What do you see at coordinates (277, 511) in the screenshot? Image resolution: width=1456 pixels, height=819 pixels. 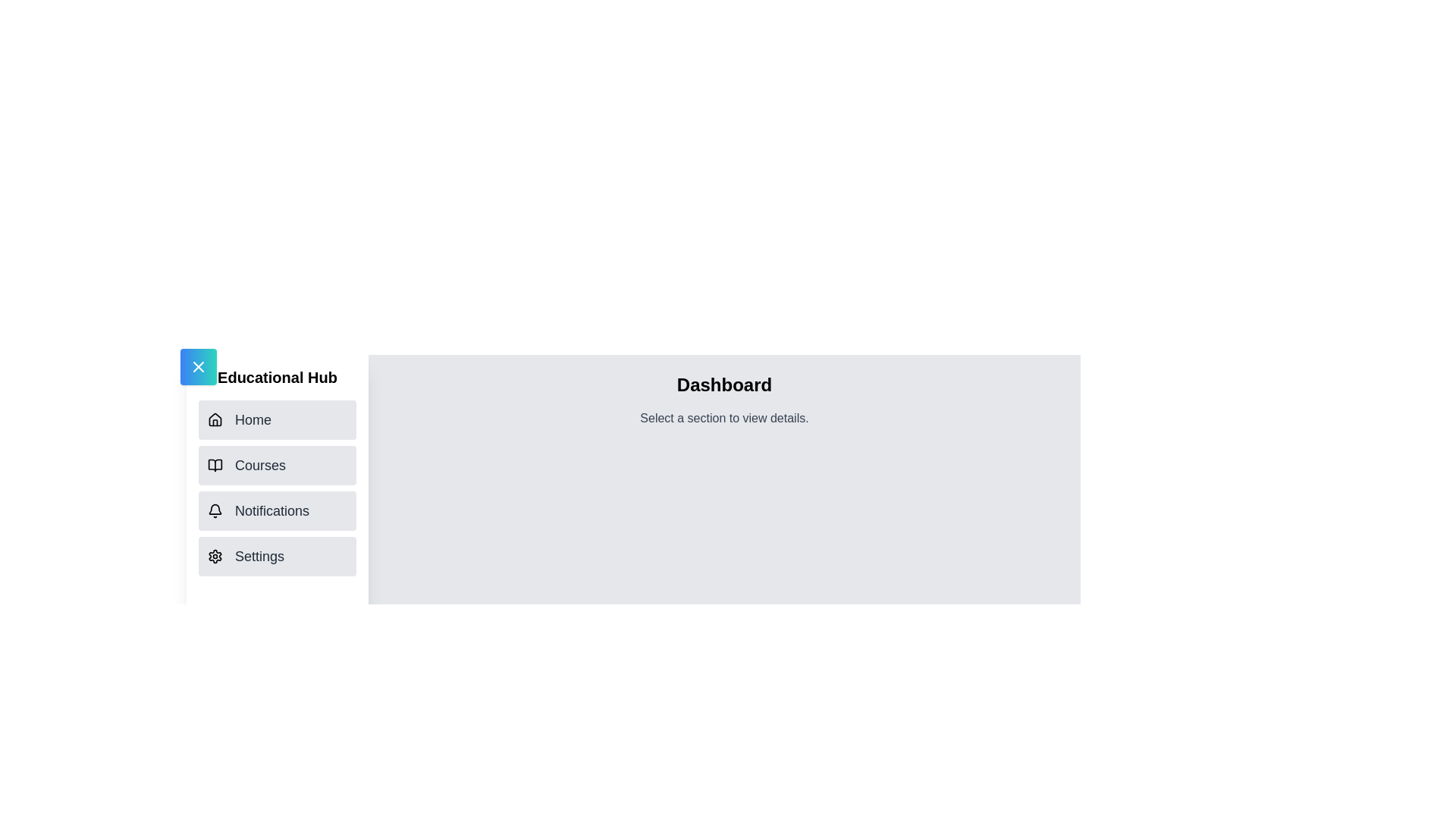 I see `the navigation item Notifications` at bounding box center [277, 511].